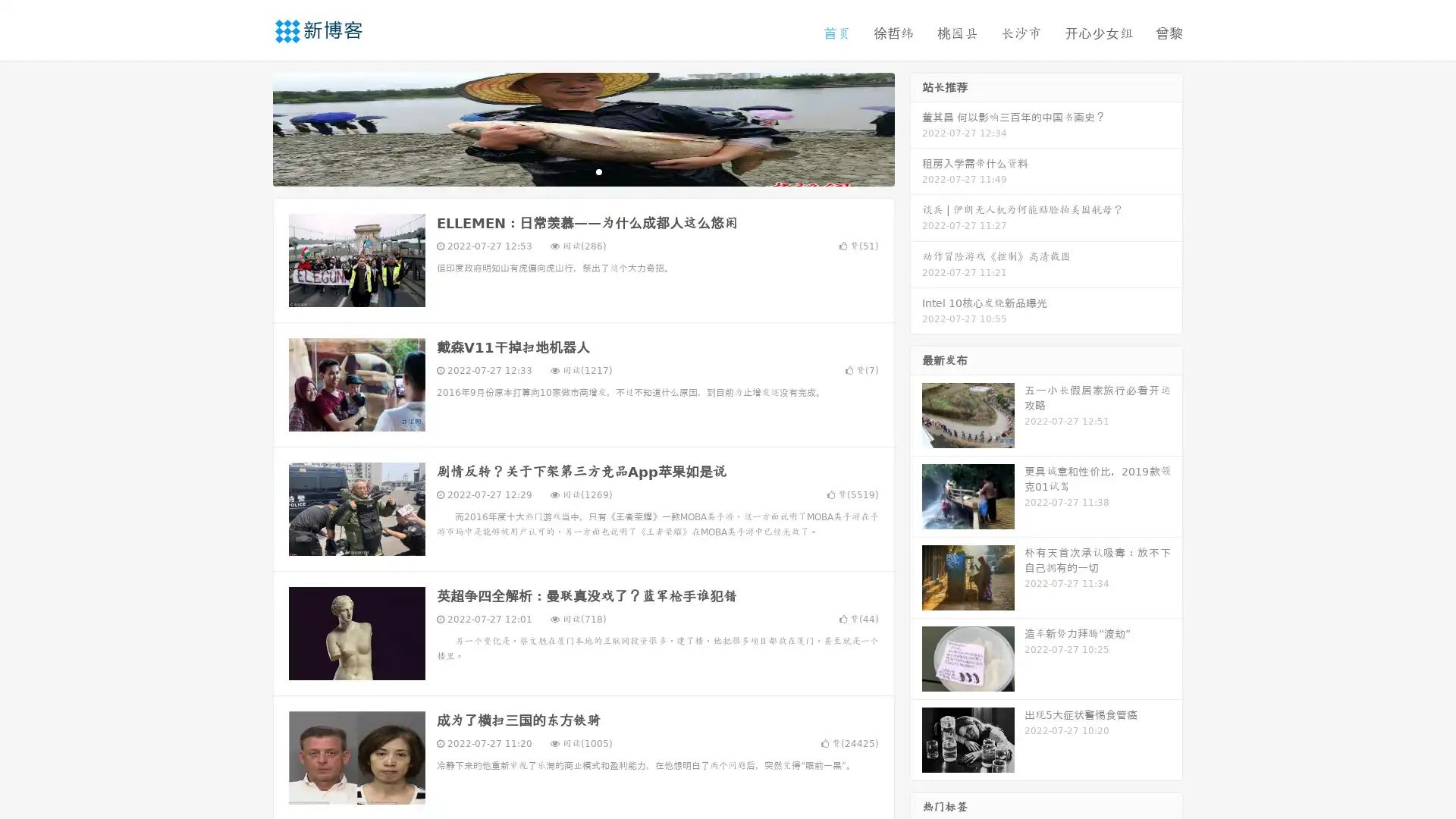 The image size is (1456, 819). What do you see at coordinates (567, 171) in the screenshot?
I see `Go to slide 1` at bounding box center [567, 171].